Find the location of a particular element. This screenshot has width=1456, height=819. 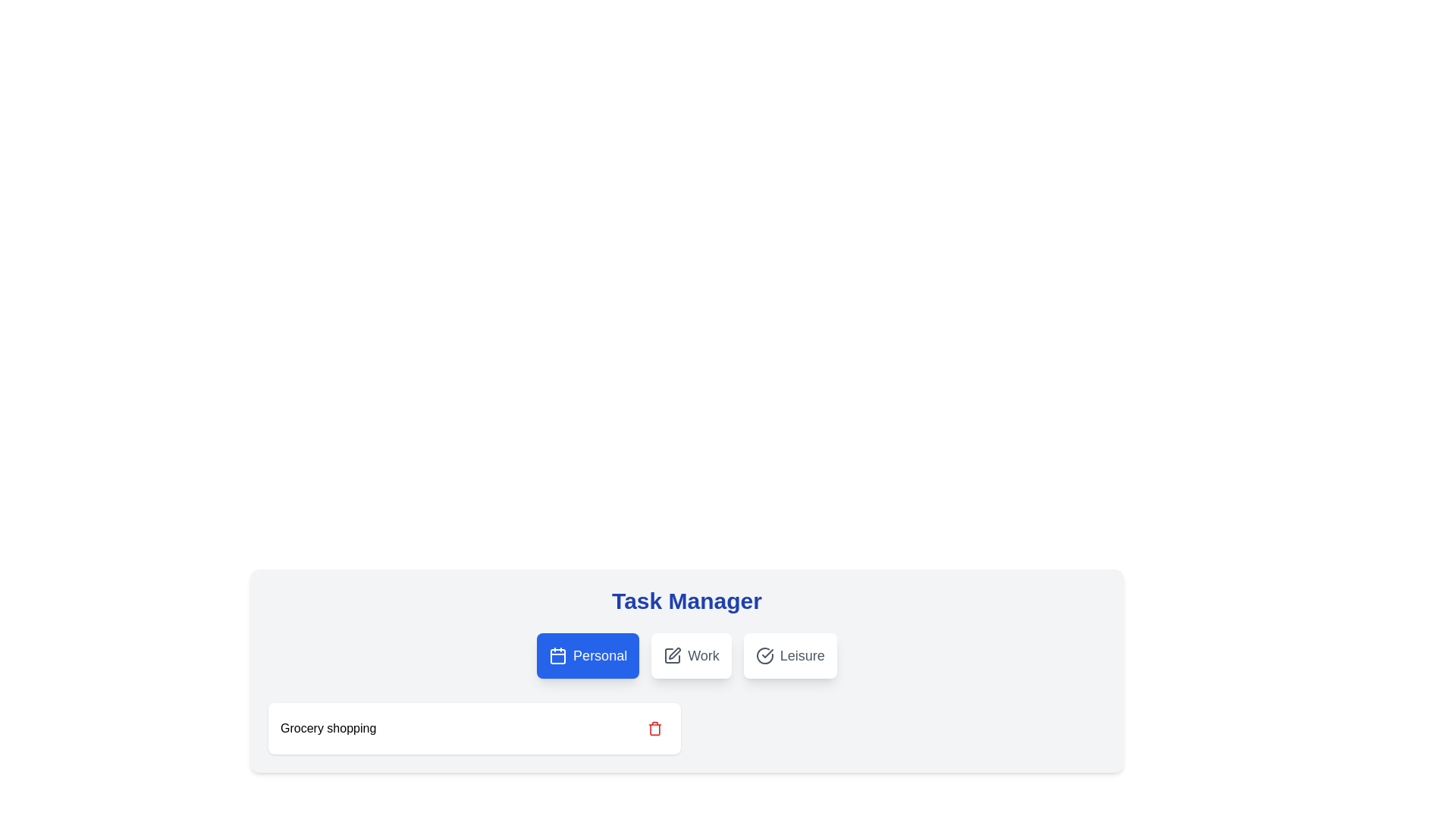

the delete icon located at the far right of the white card under the 'Task Manager' header, next to 'Grocery shopping' is located at coordinates (655, 727).